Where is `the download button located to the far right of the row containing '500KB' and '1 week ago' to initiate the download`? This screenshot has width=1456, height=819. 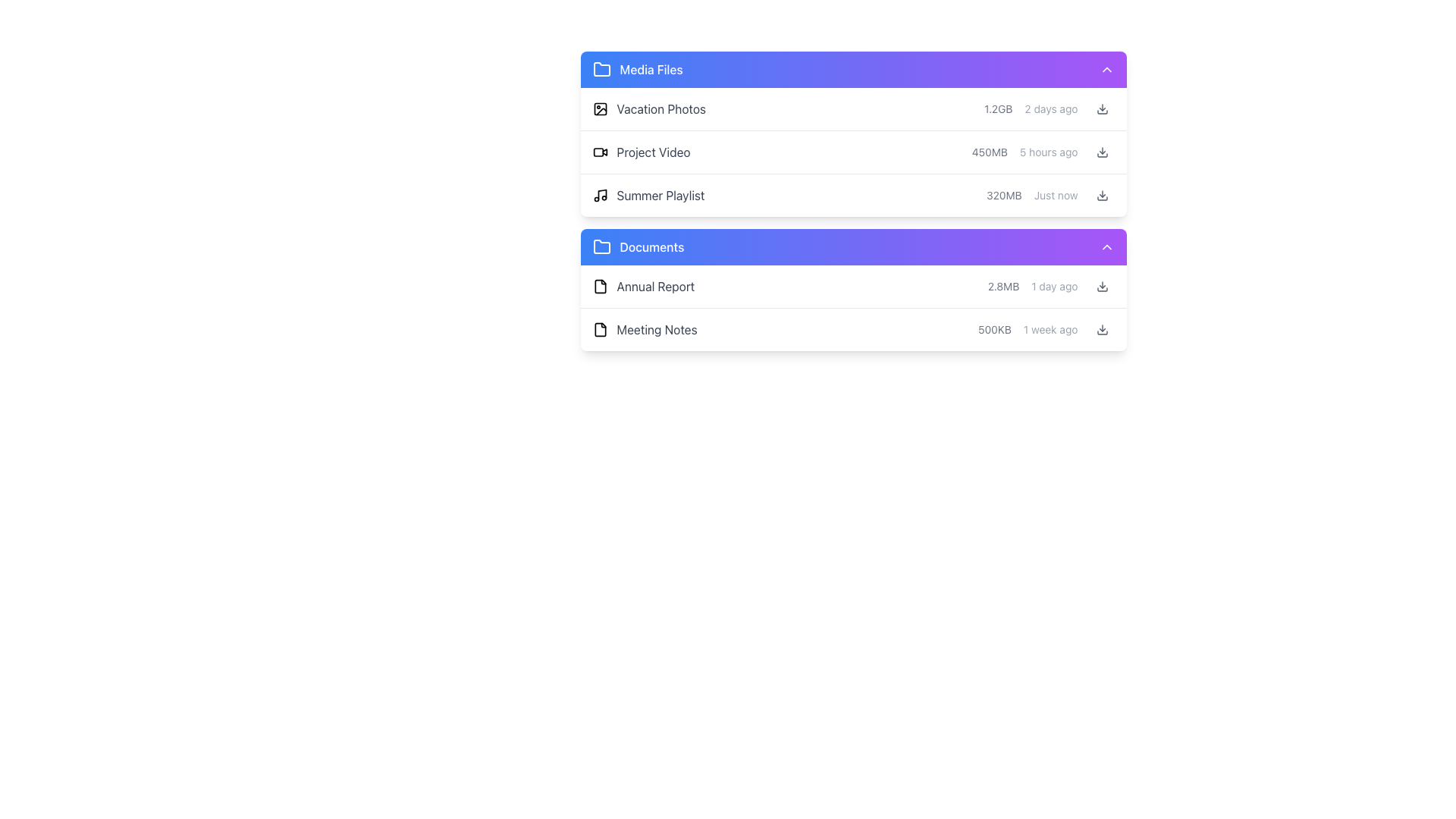
the download button located to the far right of the row containing '500KB' and '1 week ago' to initiate the download is located at coordinates (1102, 329).